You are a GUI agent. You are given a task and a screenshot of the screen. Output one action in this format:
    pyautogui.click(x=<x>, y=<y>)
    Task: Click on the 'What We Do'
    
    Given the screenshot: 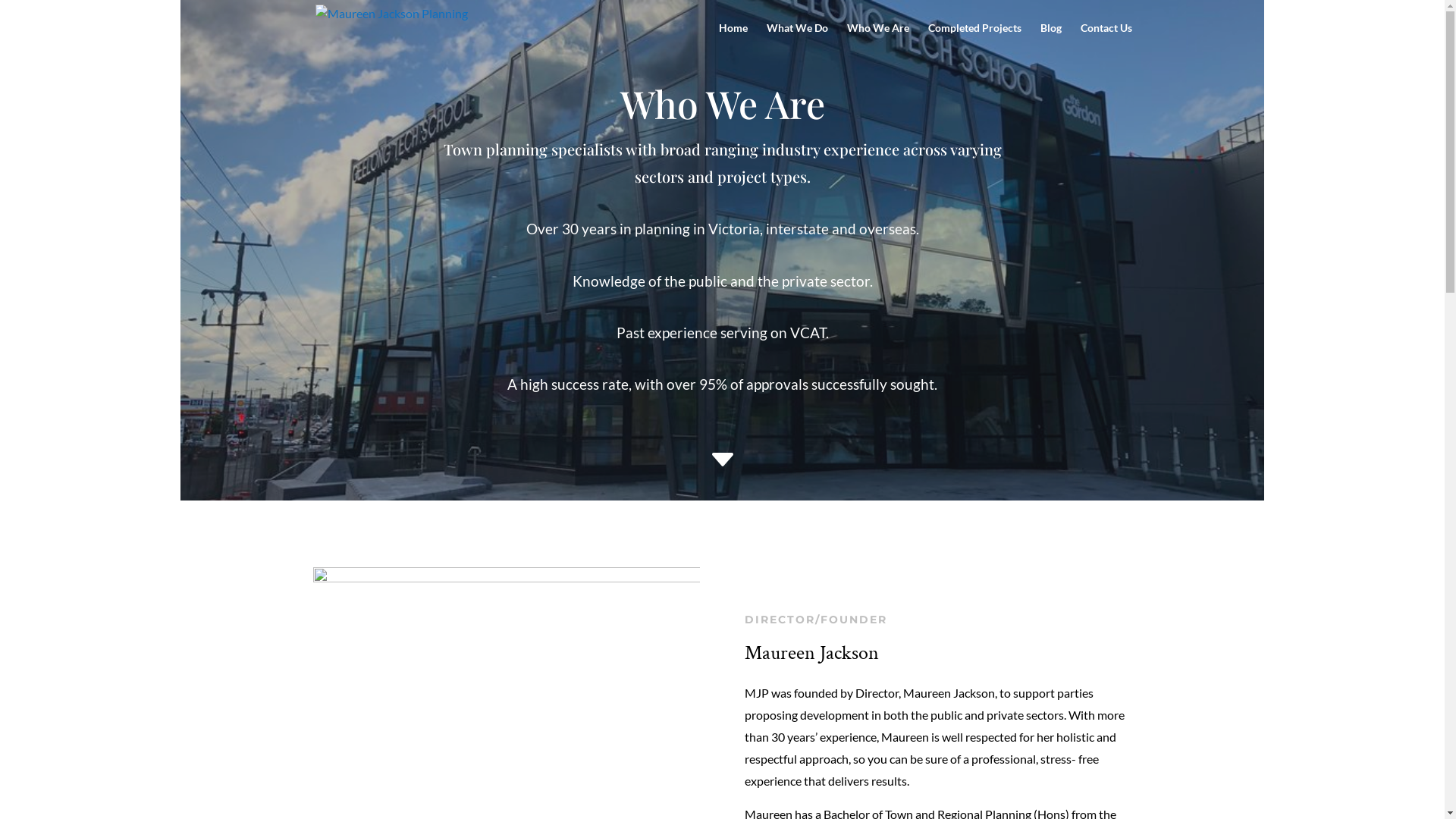 What is the action you would take?
    pyautogui.click(x=795, y=38)
    